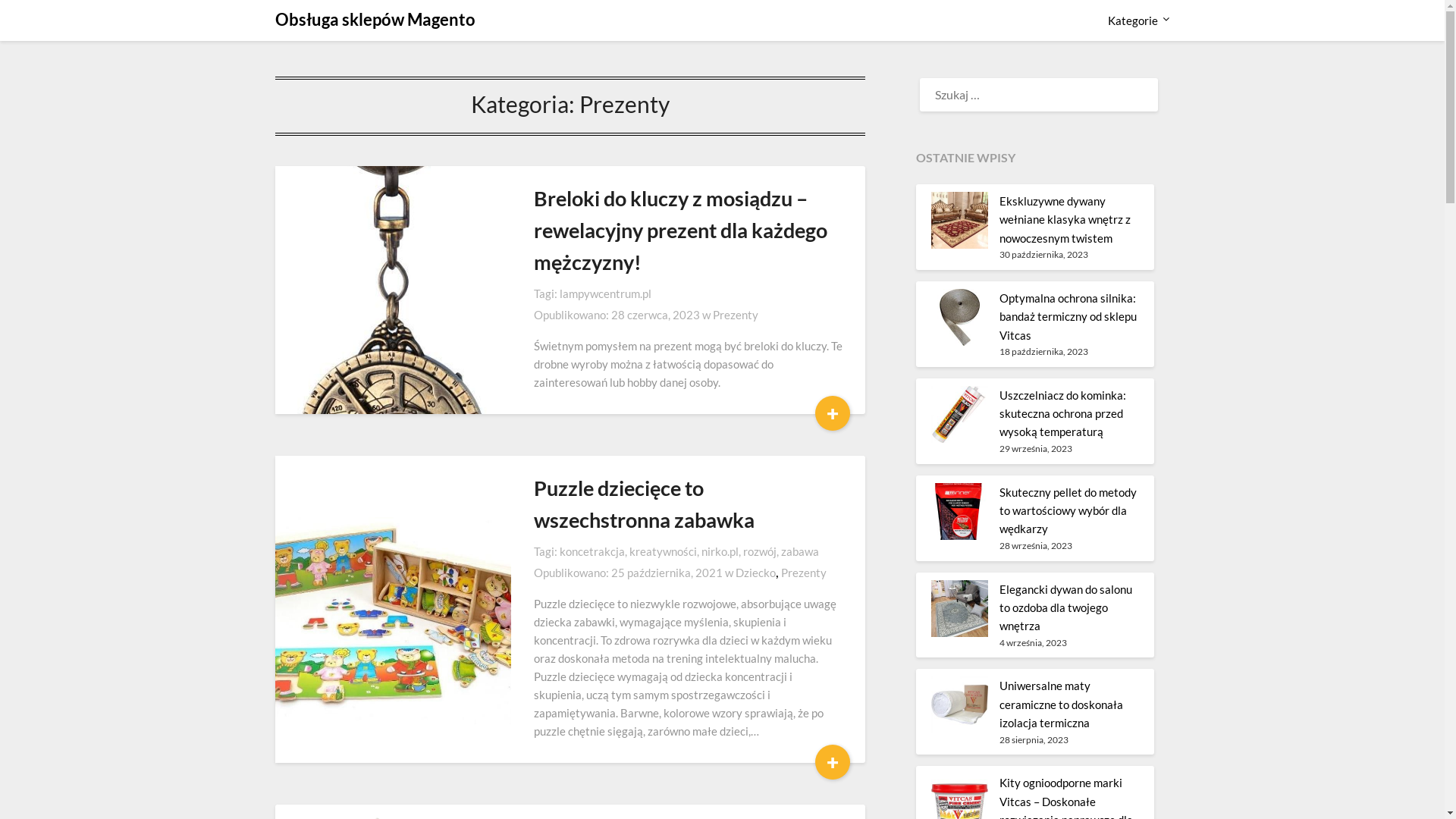 Image resolution: width=1456 pixels, height=819 pixels. Describe the element at coordinates (832, 762) in the screenshot. I see `'+'` at that location.